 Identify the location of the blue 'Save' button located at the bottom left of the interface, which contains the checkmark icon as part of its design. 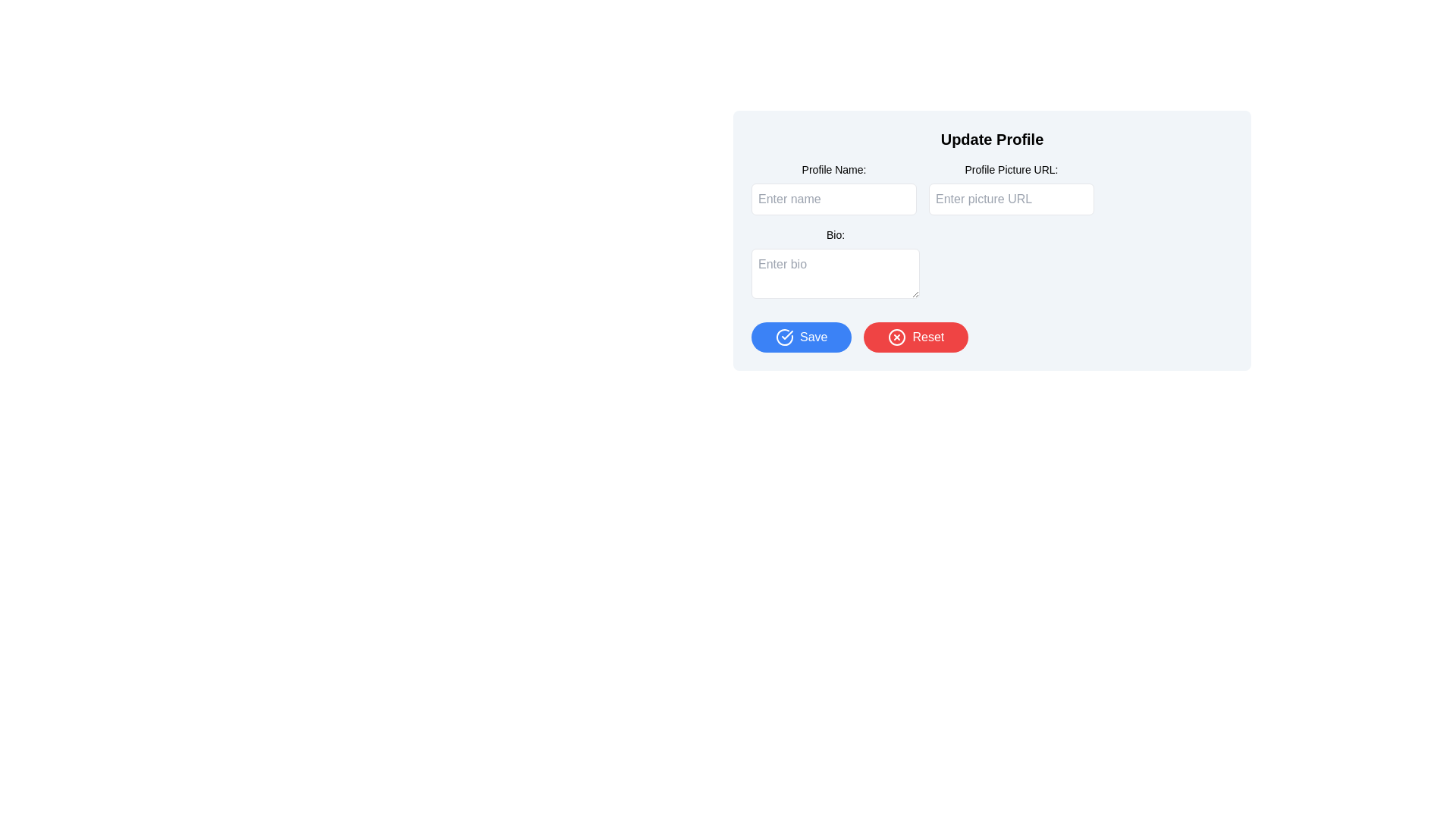
(787, 334).